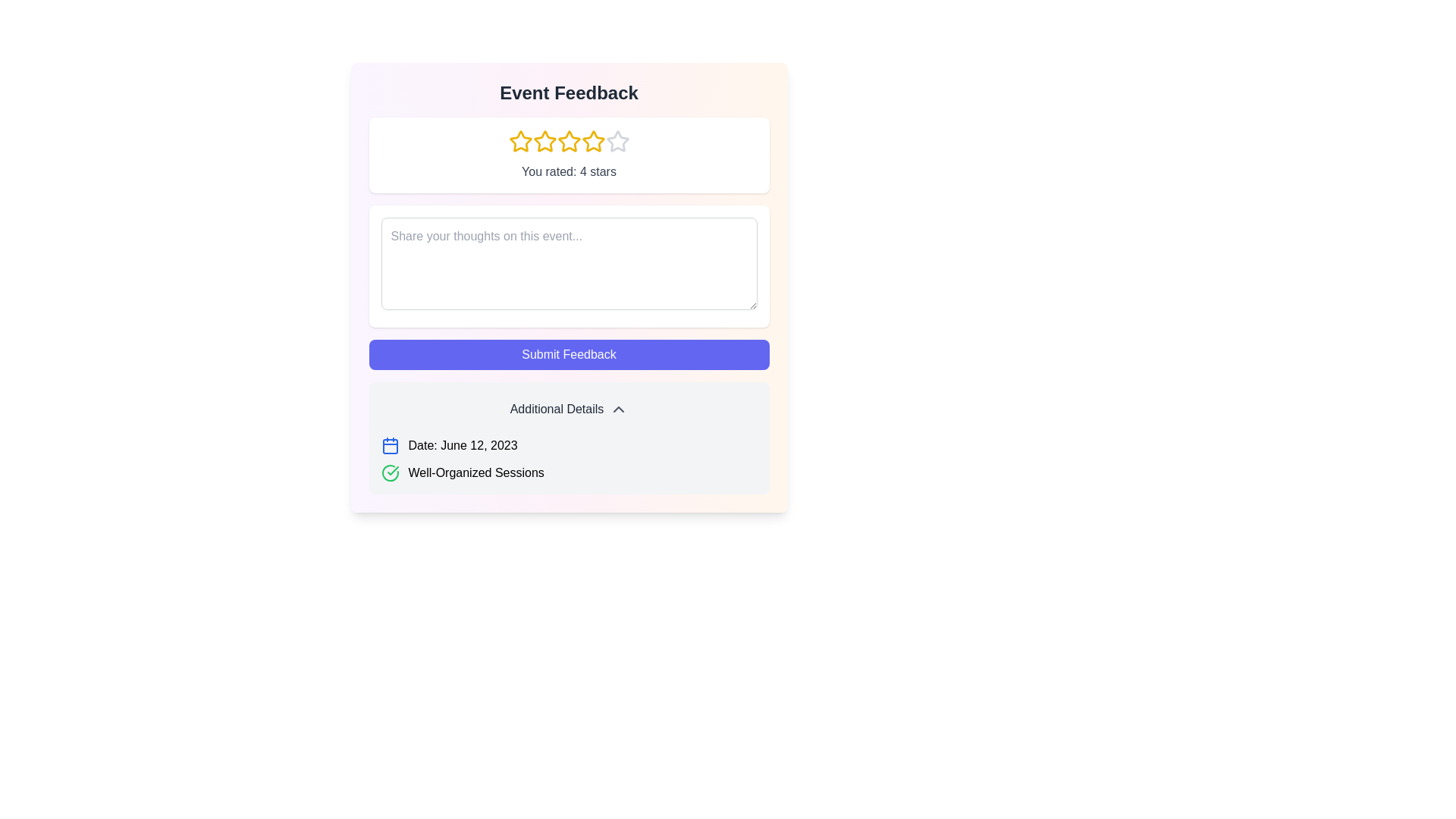  I want to click on the Chevron-up icon located at the center-right of the 'Additional Details' horizontal bar, so click(619, 409).